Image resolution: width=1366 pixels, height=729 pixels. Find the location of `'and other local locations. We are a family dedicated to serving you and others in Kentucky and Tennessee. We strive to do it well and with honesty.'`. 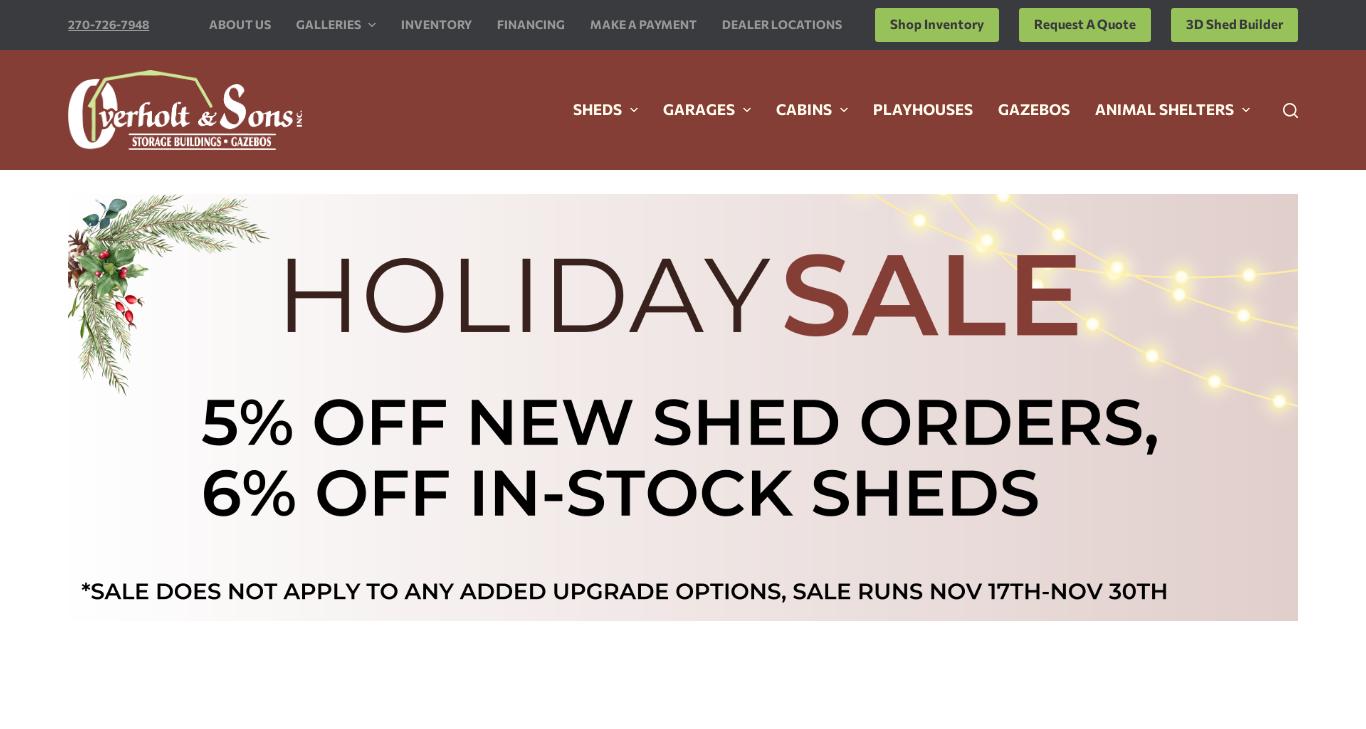

'and other local locations. We are a family dedicated to serving you and others in Kentucky and Tennessee. We strive to do it well and with honesty.' is located at coordinates (236, 355).